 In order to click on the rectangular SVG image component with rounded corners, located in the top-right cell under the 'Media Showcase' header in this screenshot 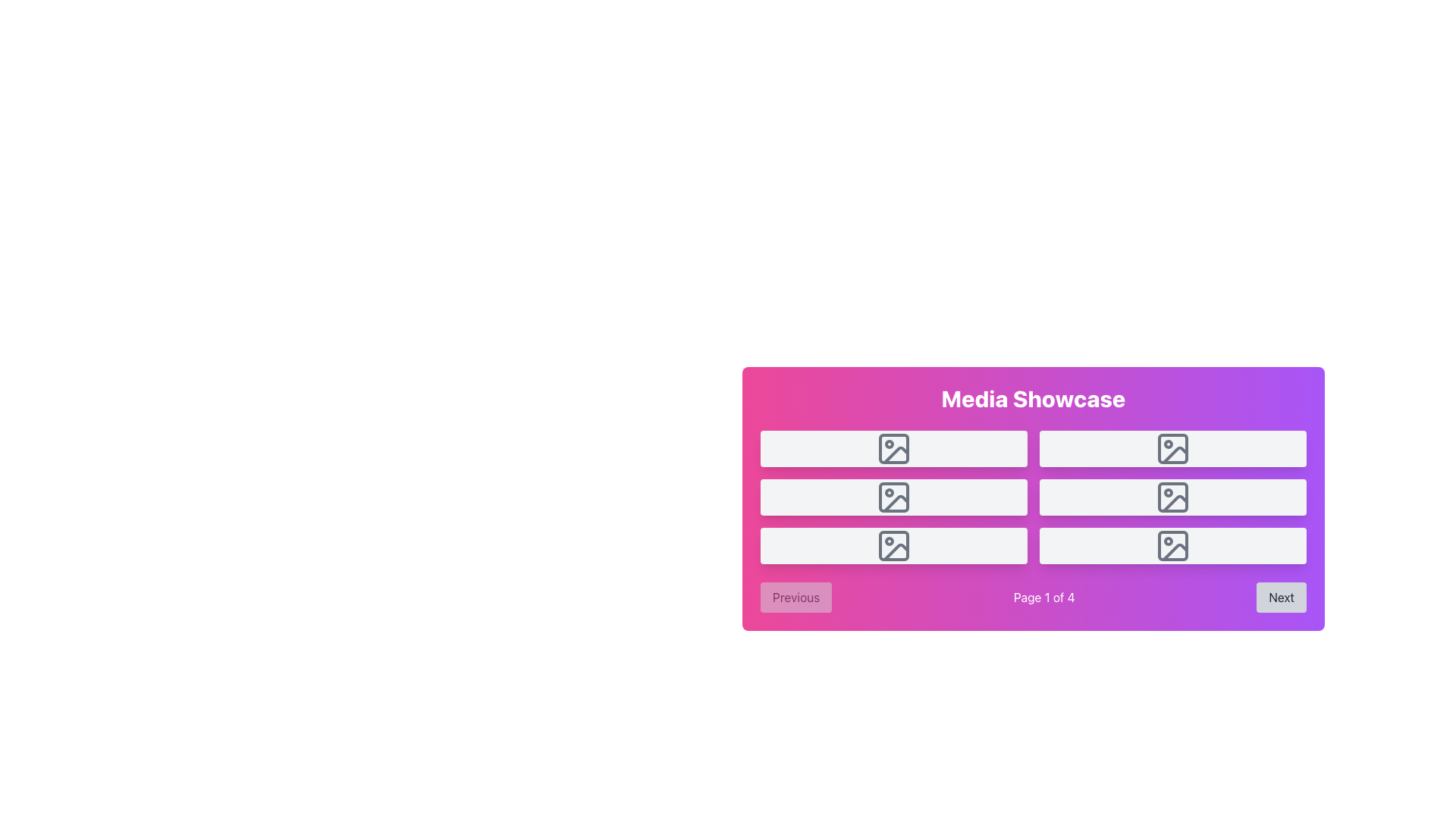, I will do `click(1172, 447)`.